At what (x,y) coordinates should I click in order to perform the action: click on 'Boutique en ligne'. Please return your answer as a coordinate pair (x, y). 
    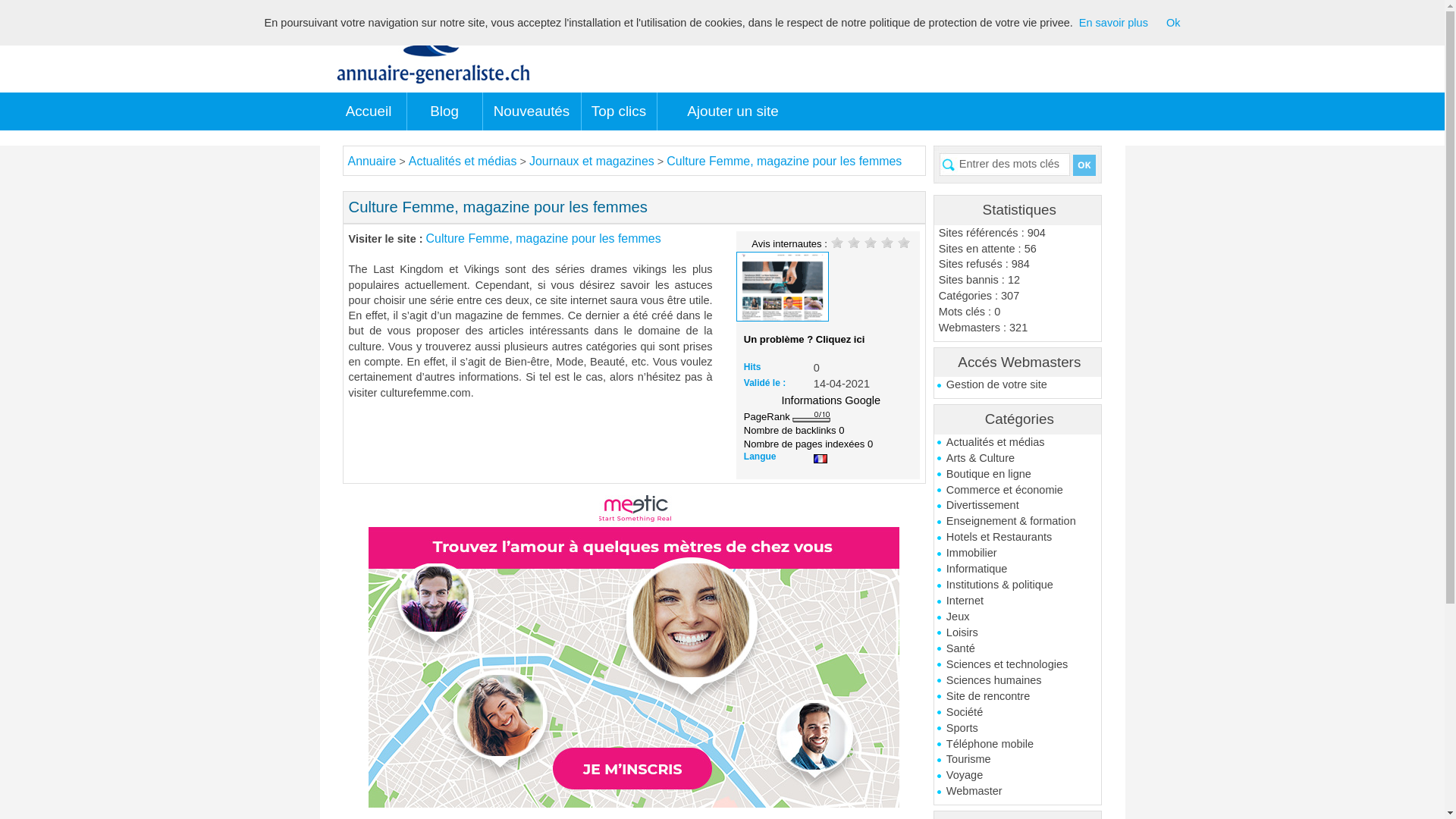
    Looking at the image, I should click on (1018, 473).